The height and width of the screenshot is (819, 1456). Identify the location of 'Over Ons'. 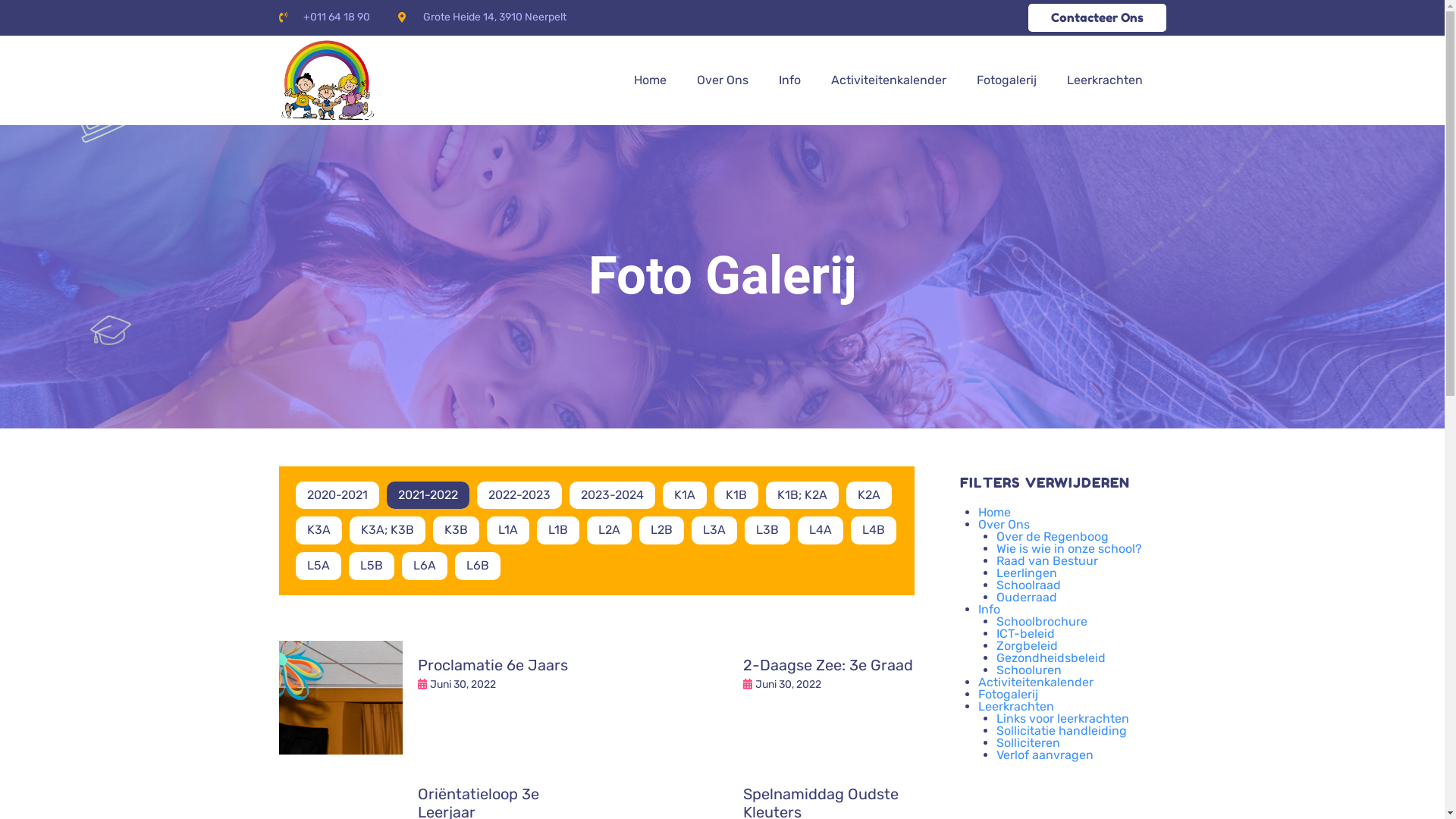
(1004, 523).